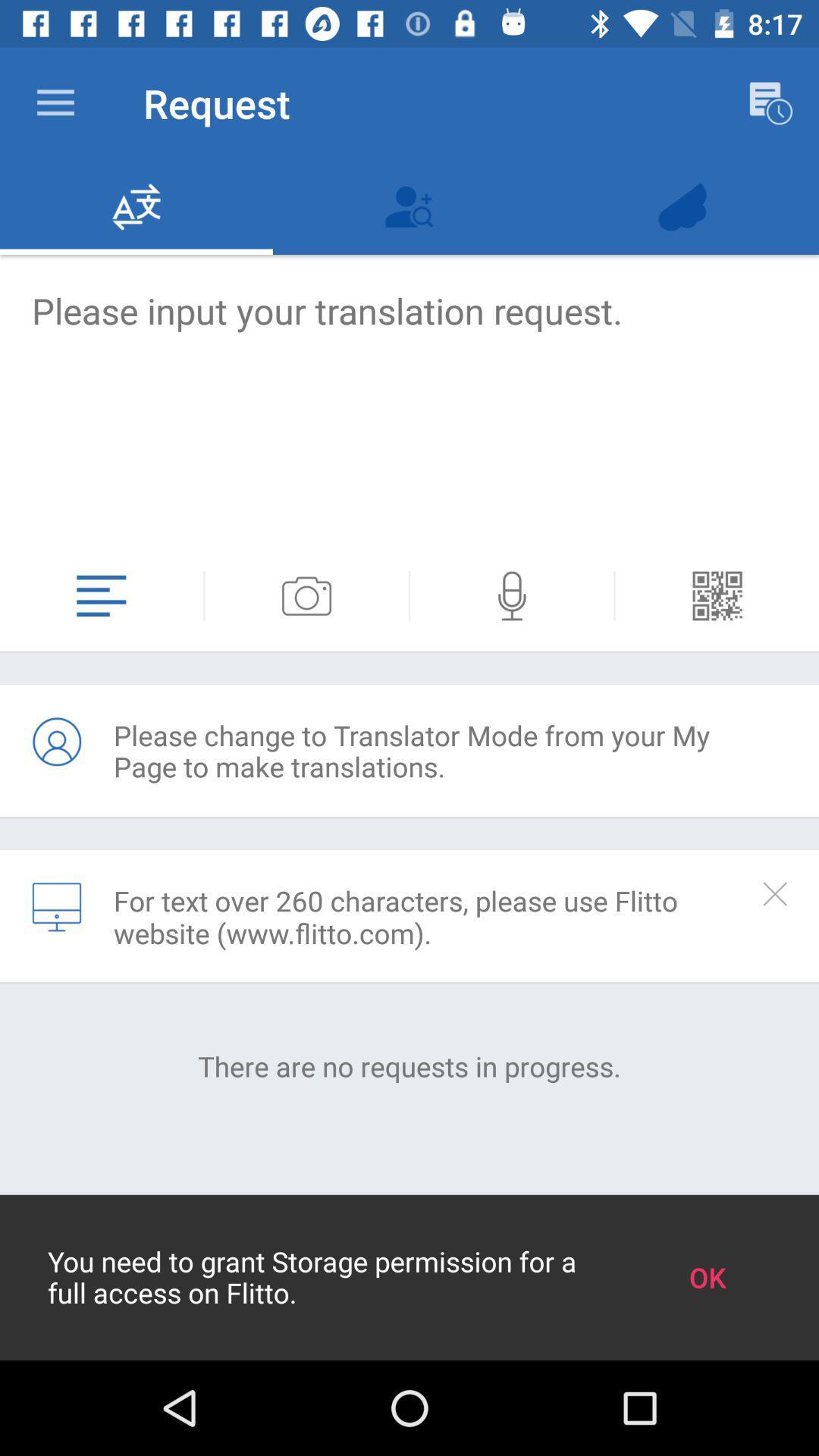 The image size is (819, 1456). What do you see at coordinates (775, 894) in the screenshot?
I see `or hide the selected section` at bounding box center [775, 894].